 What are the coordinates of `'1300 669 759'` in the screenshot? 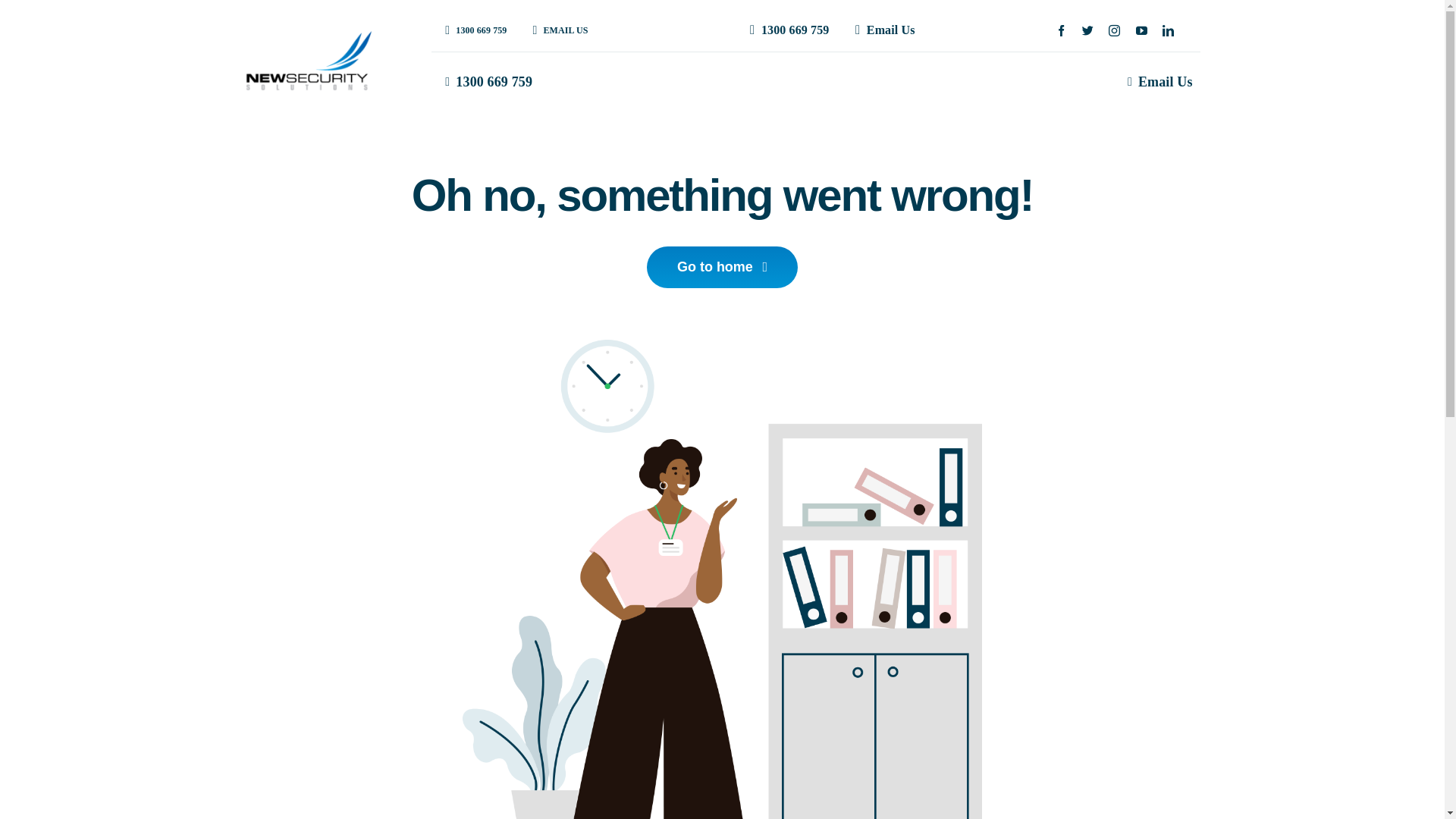 It's located at (485, 82).